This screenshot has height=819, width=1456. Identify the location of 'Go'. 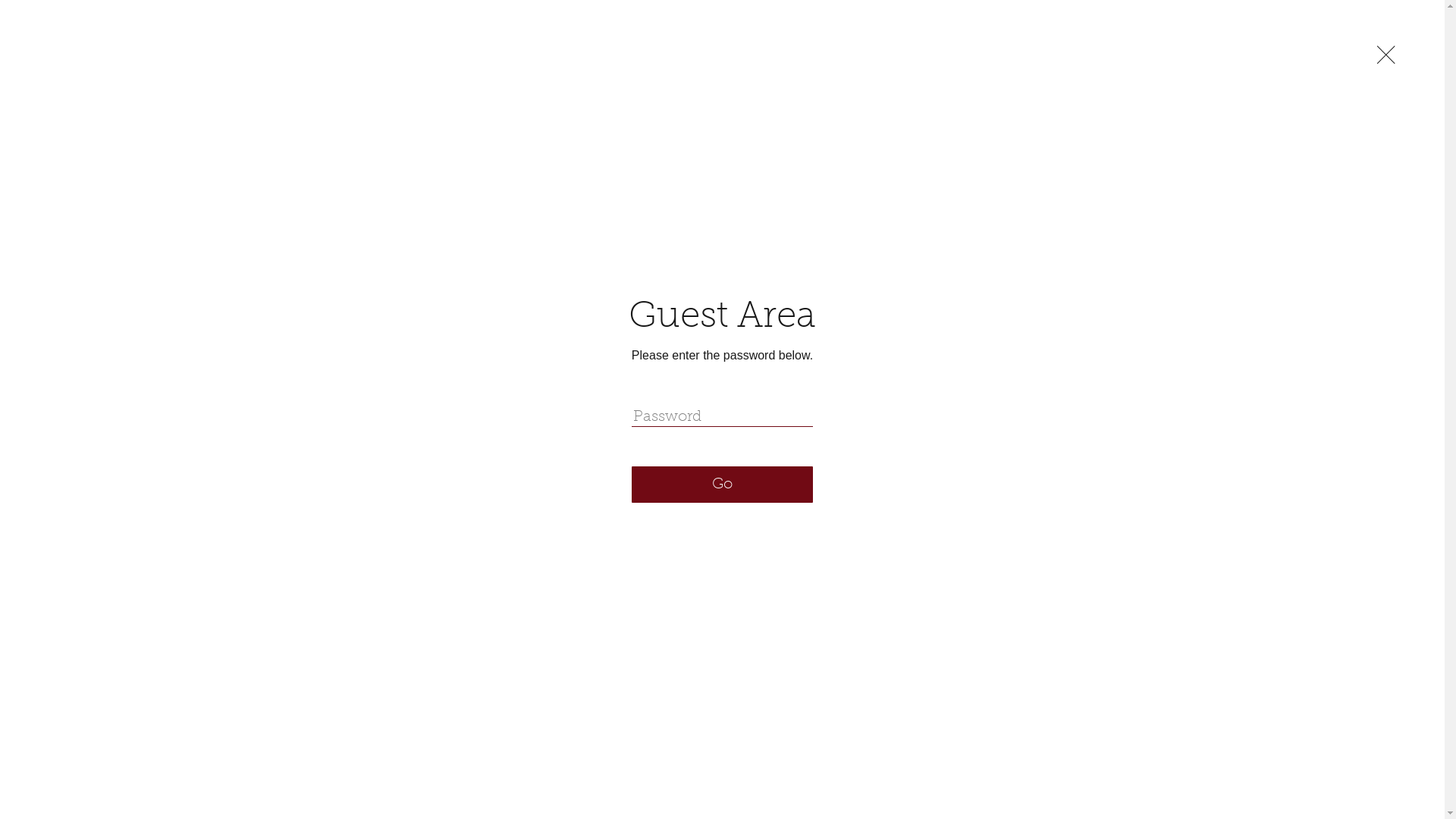
(721, 485).